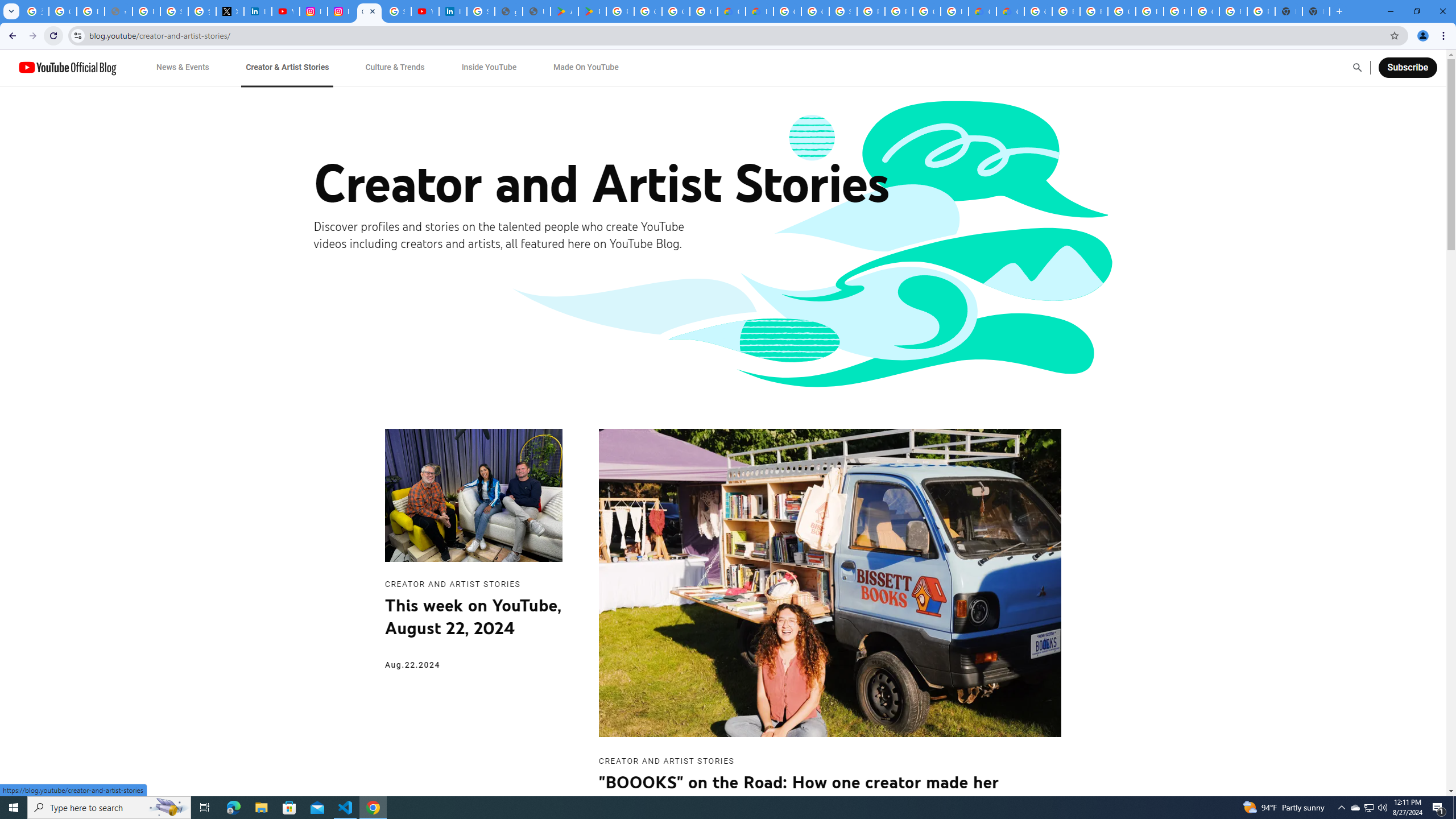 This screenshot has width=1456, height=819. I want to click on 'Creator & Artist Stories', so click(287, 67).